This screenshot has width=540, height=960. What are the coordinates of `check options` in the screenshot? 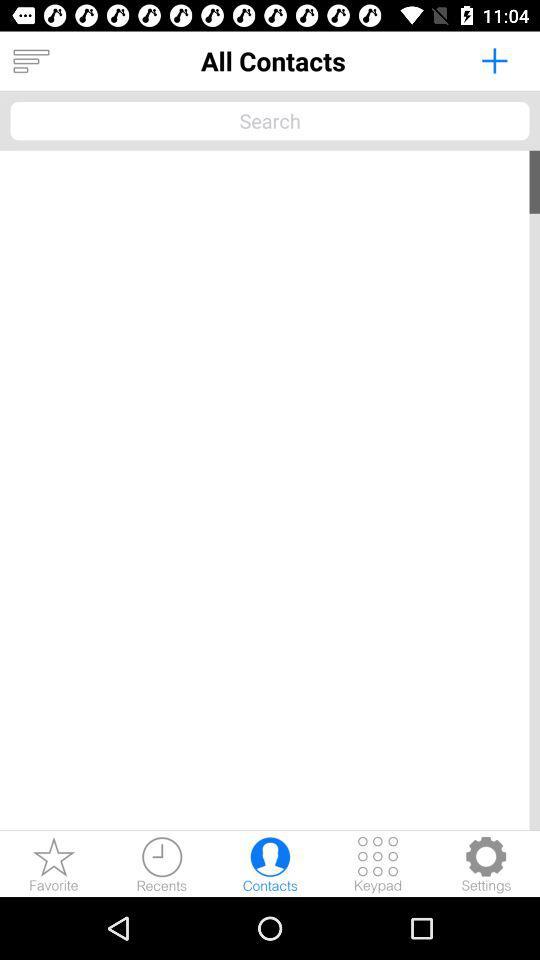 It's located at (485, 863).